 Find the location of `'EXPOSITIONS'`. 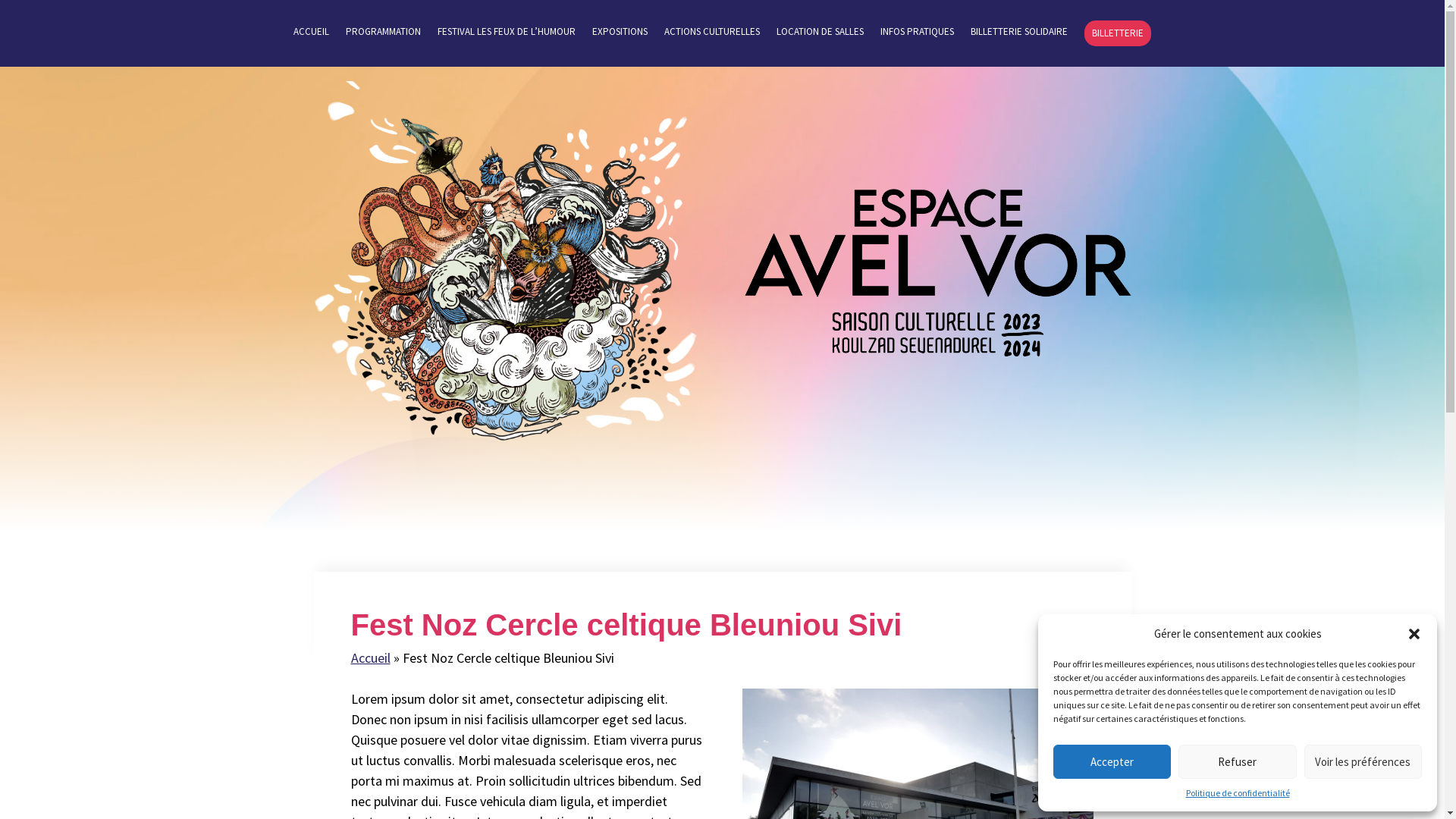

'EXPOSITIONS' is located at coordinates (591, 35).